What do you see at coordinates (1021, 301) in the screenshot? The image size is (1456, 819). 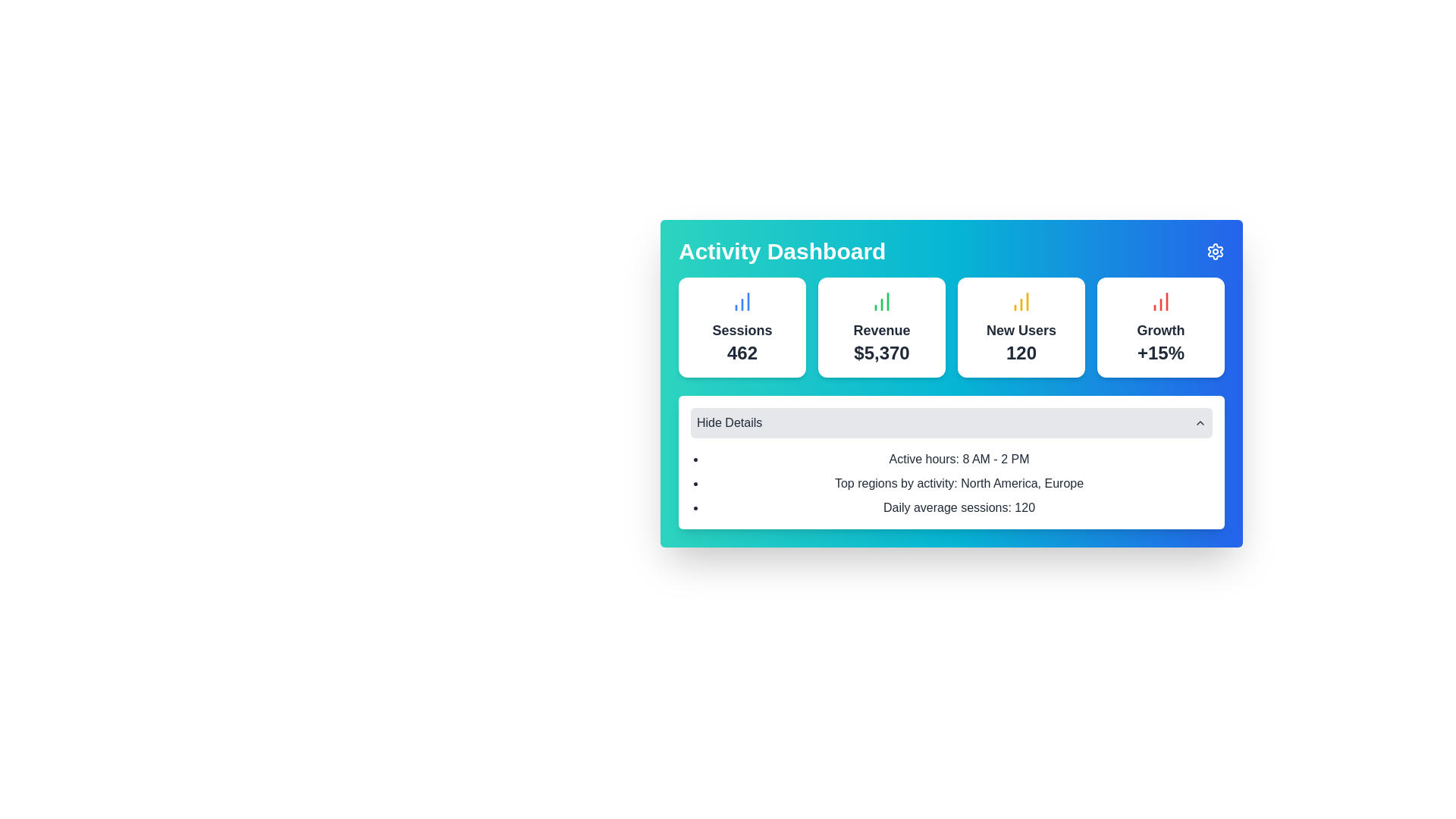 I see `the graphical icon representing the 'New Users' metric located in the 'New Users' card on the dashboard, which is positioned above the text 'New Users' and '120'` at bounding box center [1021, 301].